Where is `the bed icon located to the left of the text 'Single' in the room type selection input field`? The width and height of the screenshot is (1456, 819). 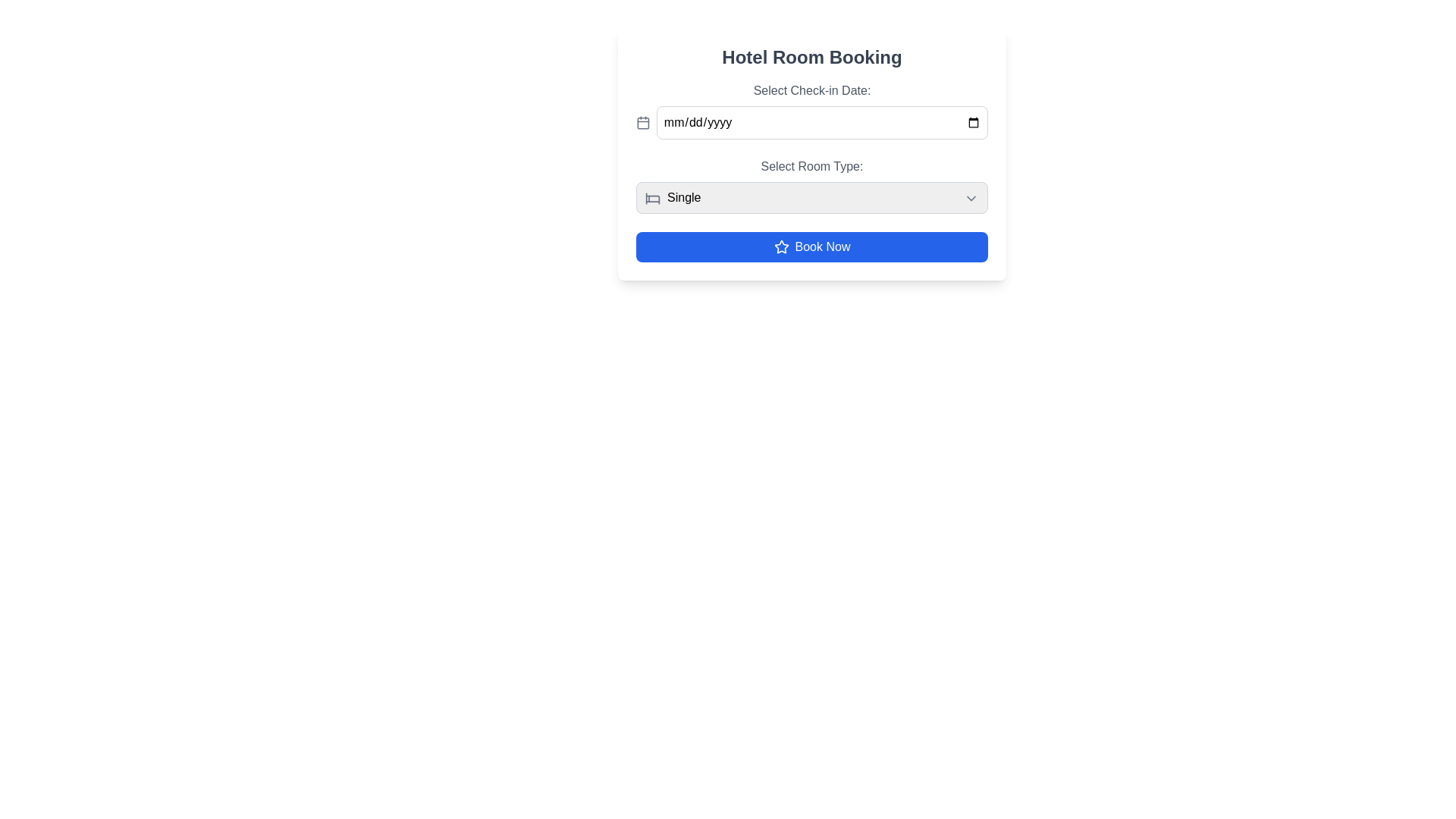
the bed icon located to the left of the text 'Single' in the room type selection input field is located at coordinates (652, 198).